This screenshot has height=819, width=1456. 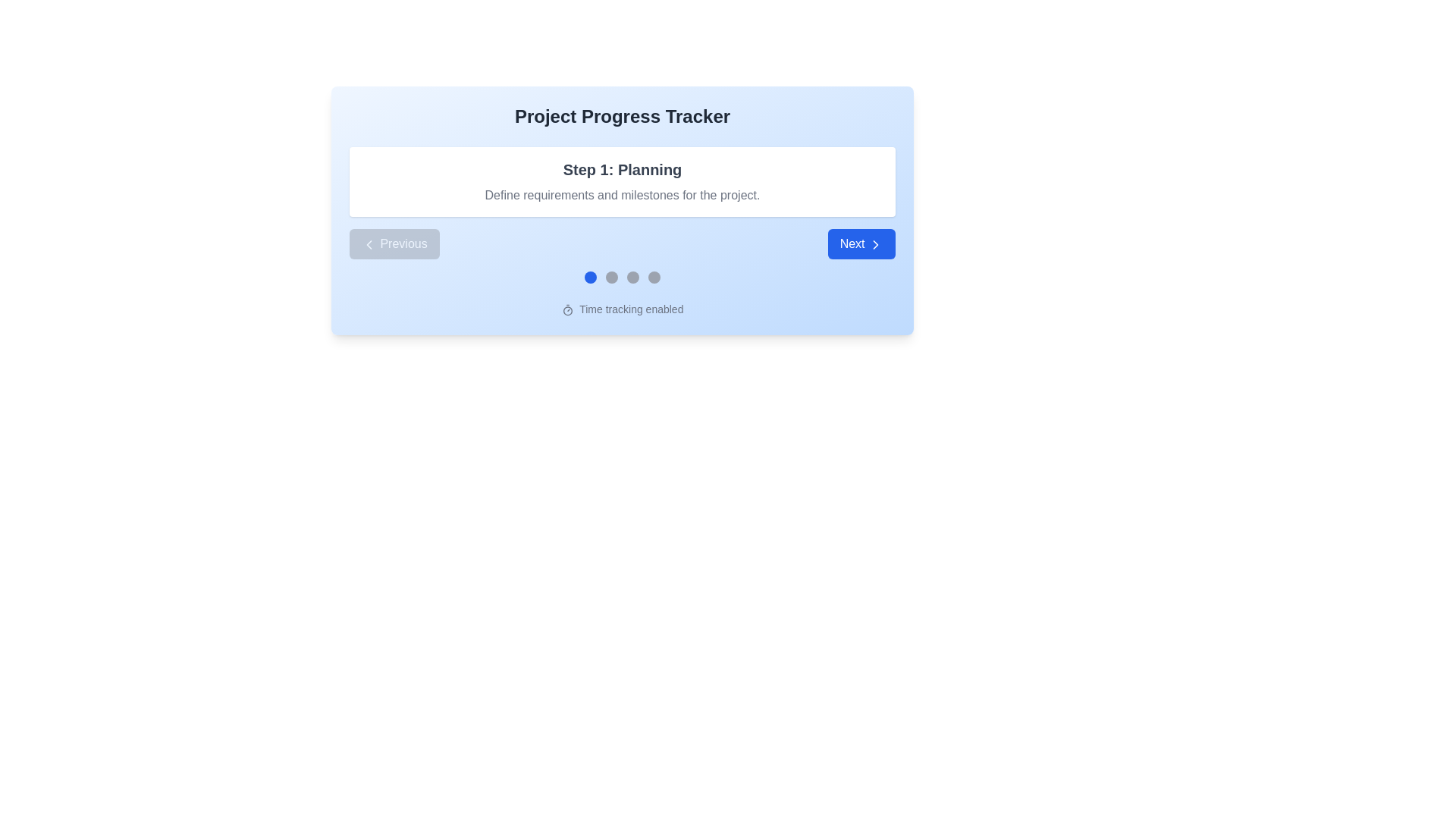 I want to click on the second gray circular progress indicator located centrally below the text 'Step 1: Planning', so click(x=611, y=278).